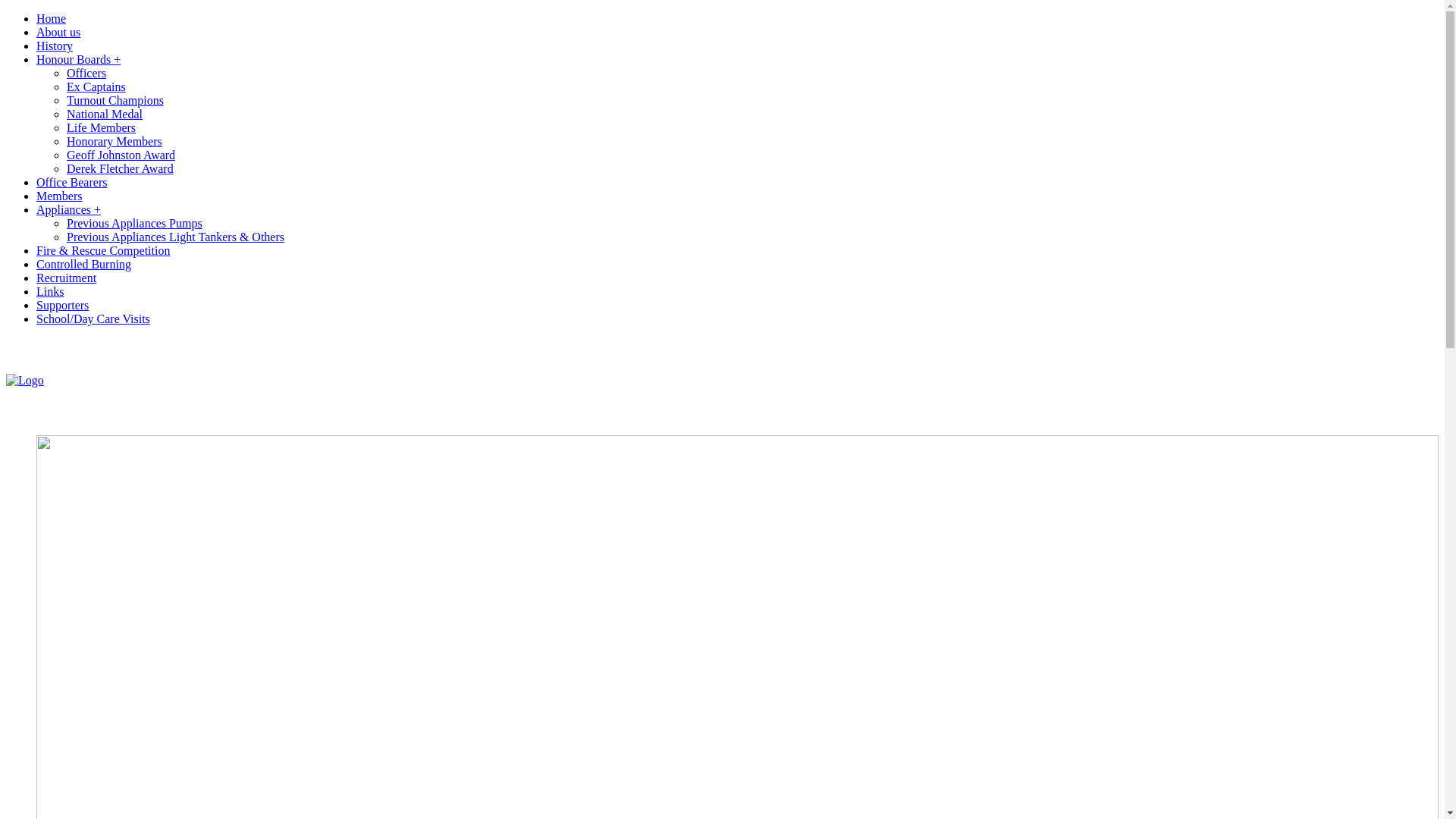 The width and height of the screenshot is (1456, 819). I want to click on 'Derek Fletcher Award', so click(119, 168).